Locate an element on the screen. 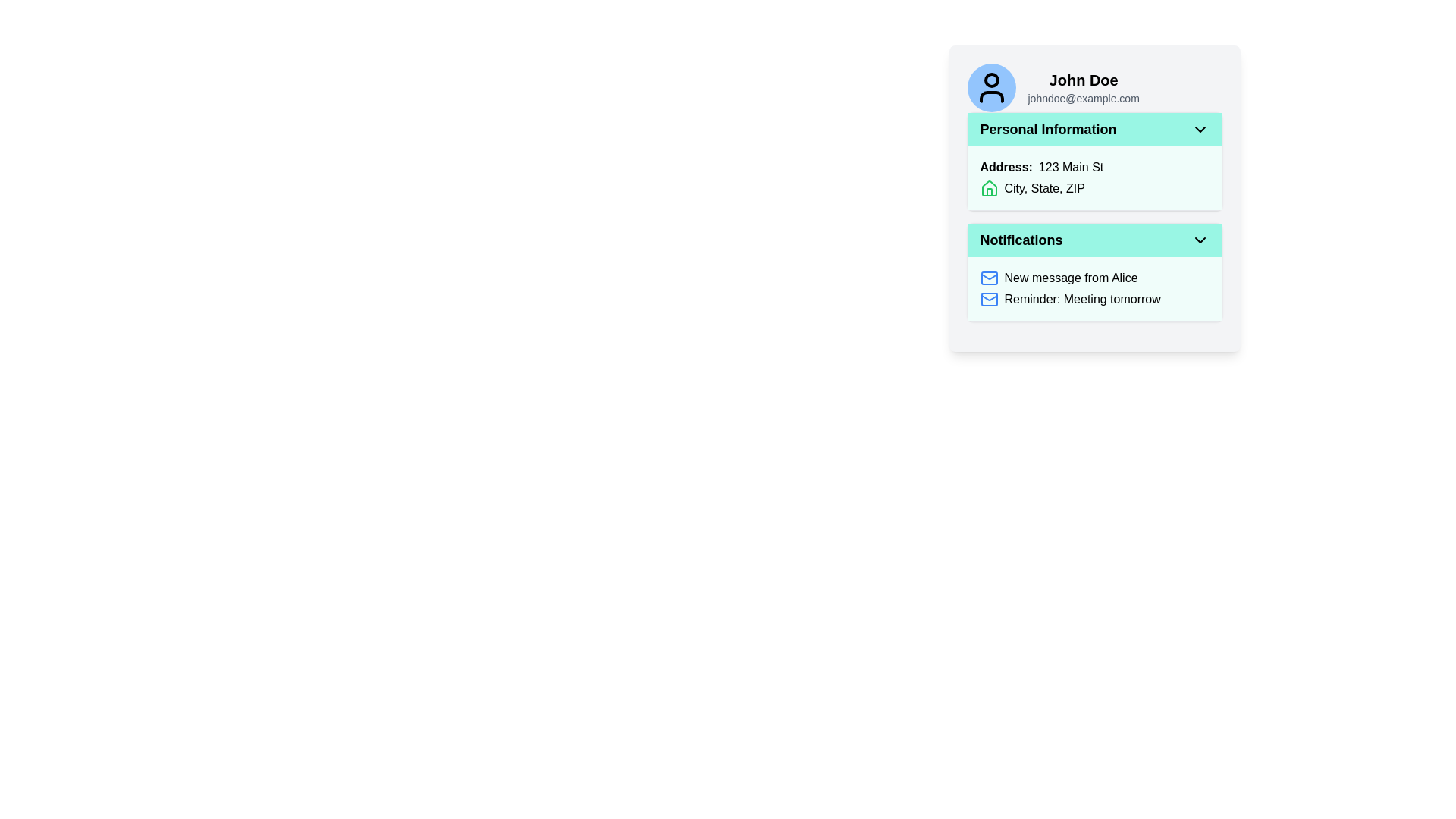  the Notification item displaying a new message from Alice visually is located at coordinates (1094, 278).